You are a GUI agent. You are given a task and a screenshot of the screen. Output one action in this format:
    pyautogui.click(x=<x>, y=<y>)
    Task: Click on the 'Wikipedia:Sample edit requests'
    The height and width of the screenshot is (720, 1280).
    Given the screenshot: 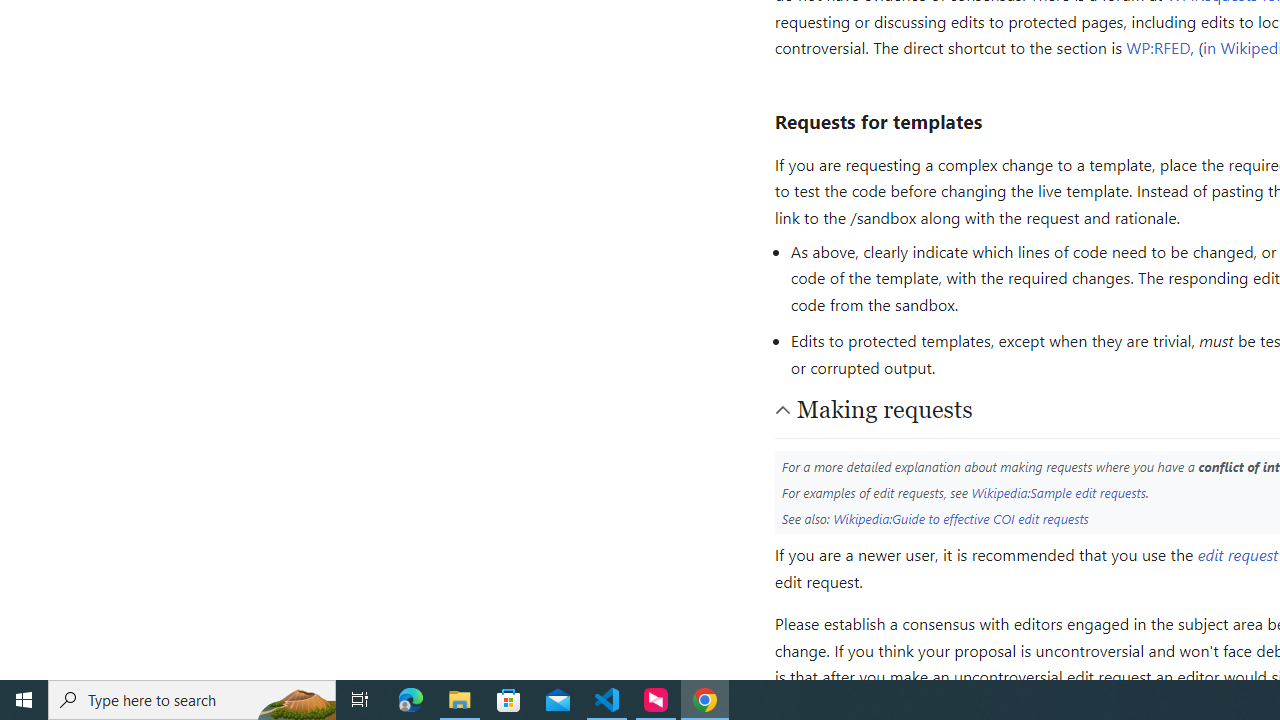 What is the action you would take?
    pyautogui.click(x=1057, y=492)
    